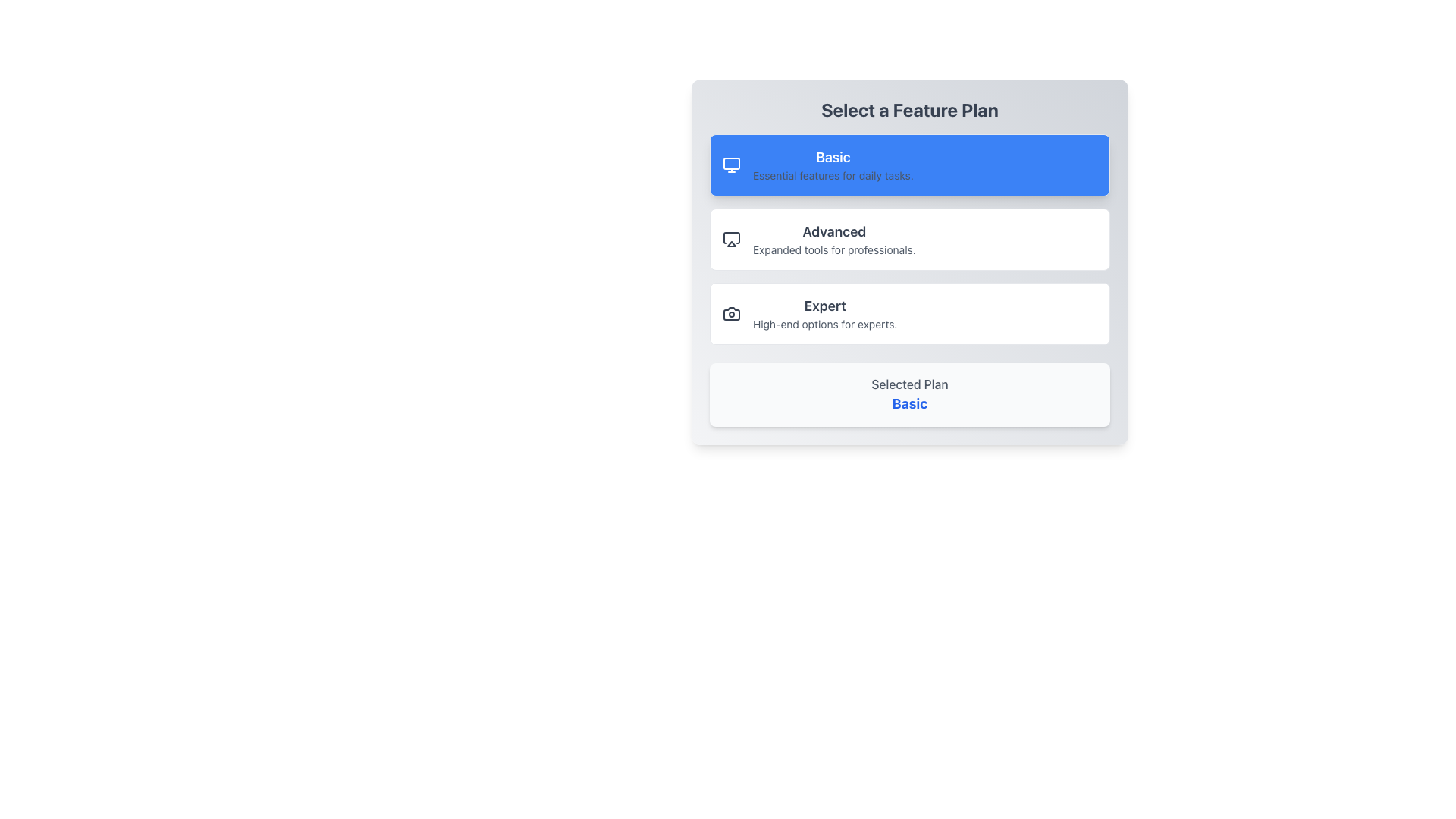  I want to click on the 'Advanced' plan selection button located in the middle of the 'Select a Feature Plan' section, between the 'Basic' and 'Expert' options, so click(910, 239).